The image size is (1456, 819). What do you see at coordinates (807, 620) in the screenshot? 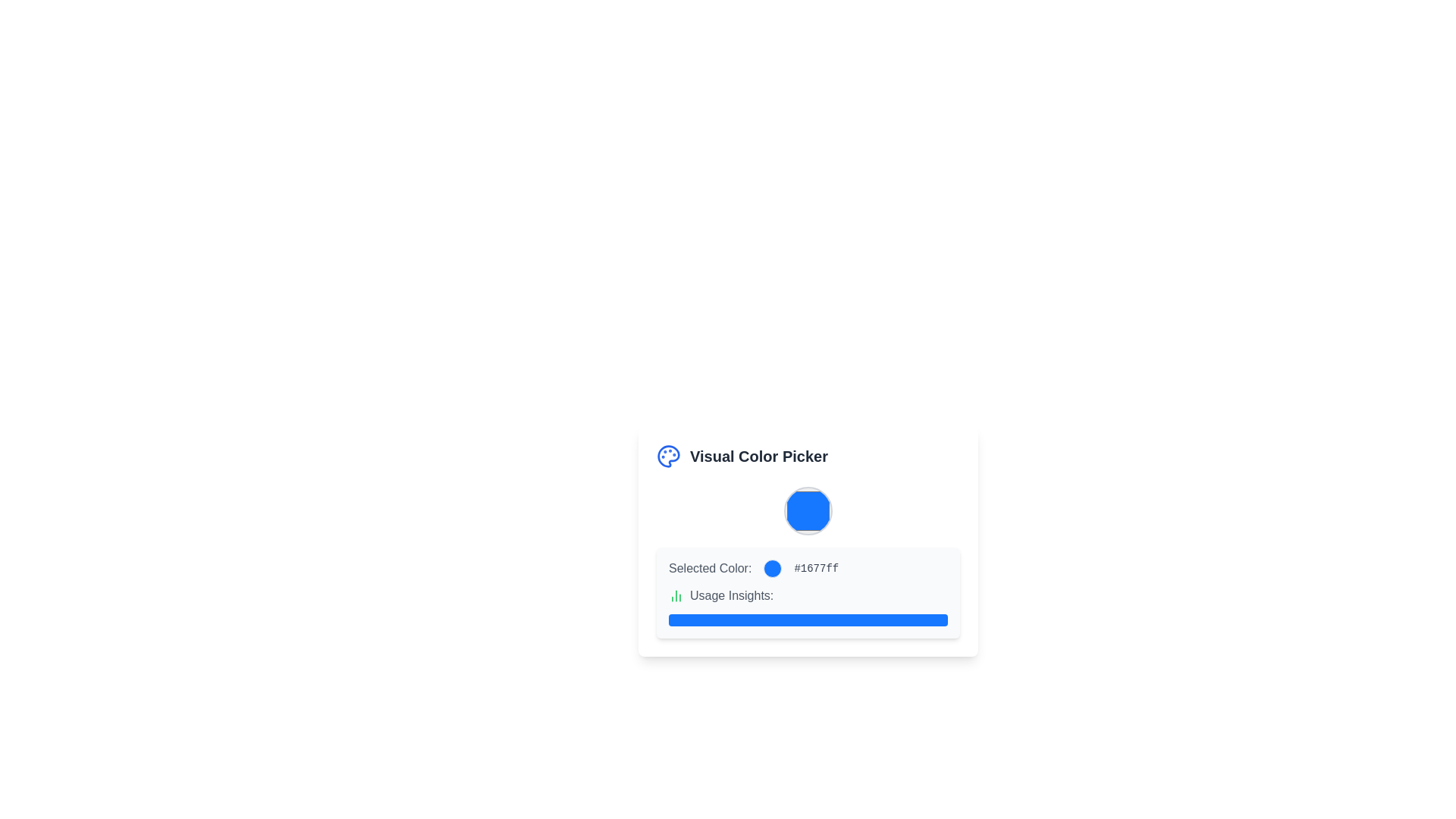
I see `the Progress bar or visual indicator located beneath the 'Usage Insights:' text, which serves as a non-interactive visual metric` at bounding box center [807, 620].